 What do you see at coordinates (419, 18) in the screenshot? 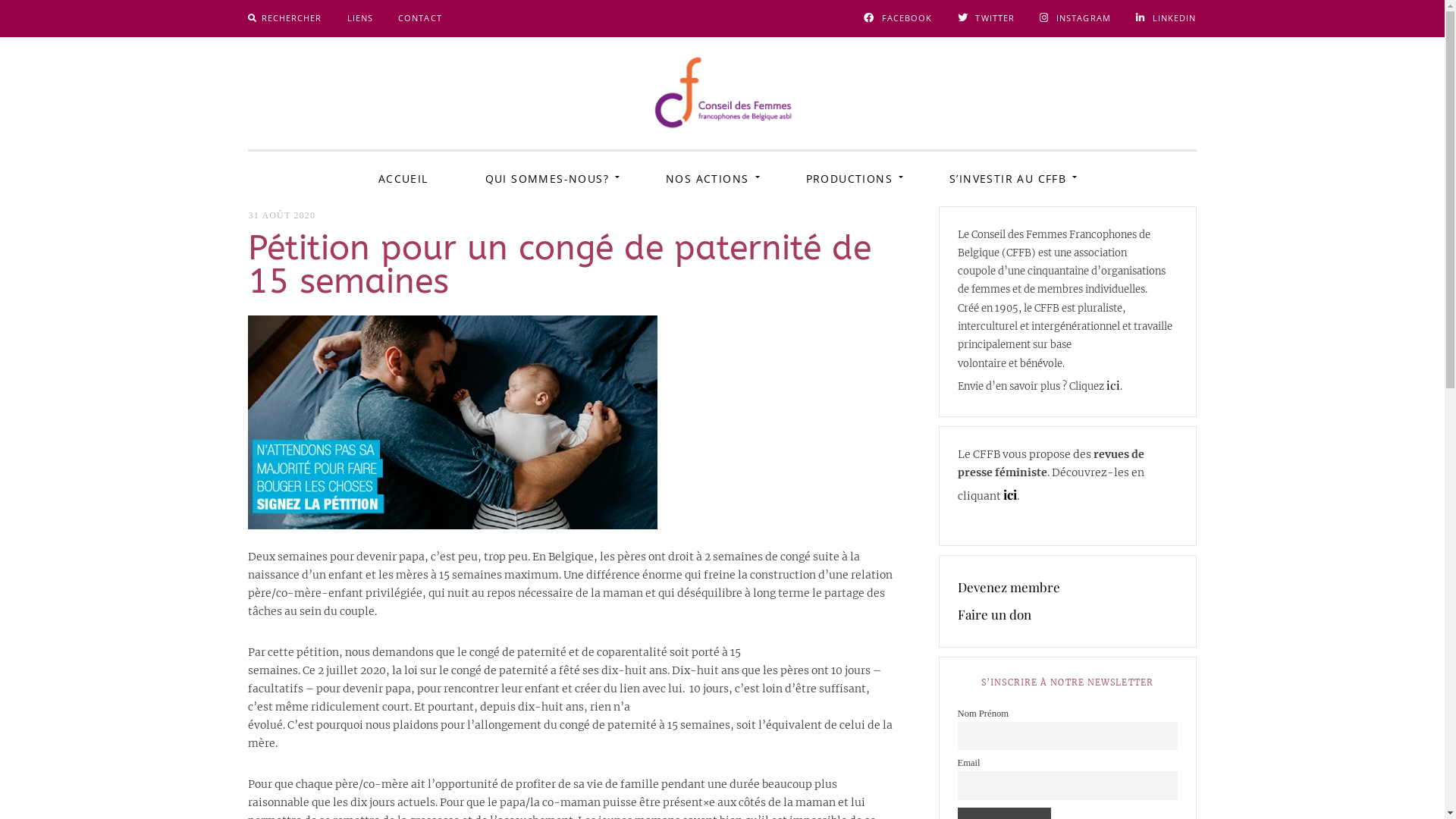
I see `'CONTACT'` at bounding box center [419, 18].